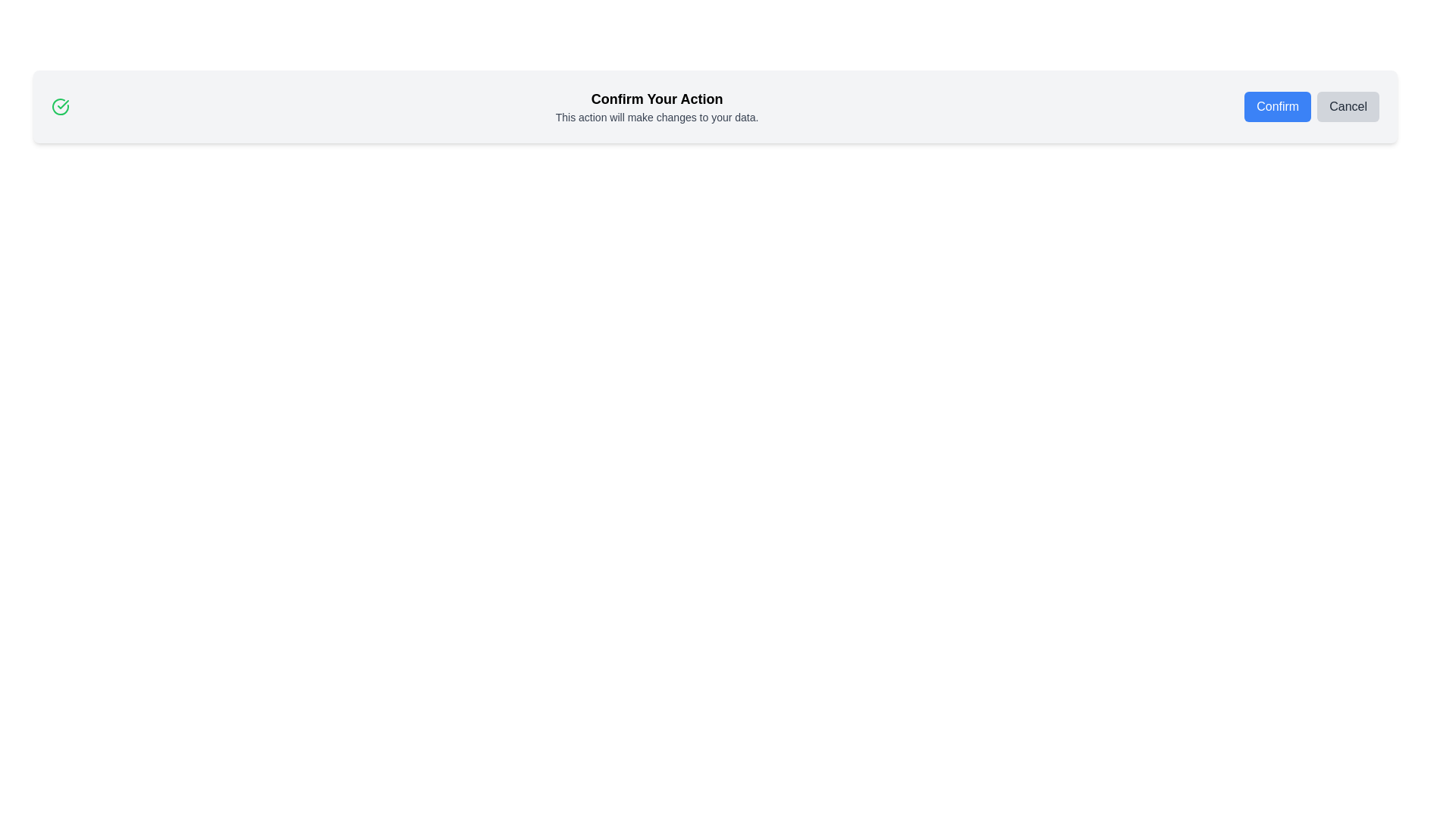 The height and width of the screenshot is (819, 1456). What do you see at coordinates (657, 116) in the screenshot?
I see `informational text located beneath the 'Confirm Your Action' title, which is centrally aligned on the page` at bounding box center [657, 116].